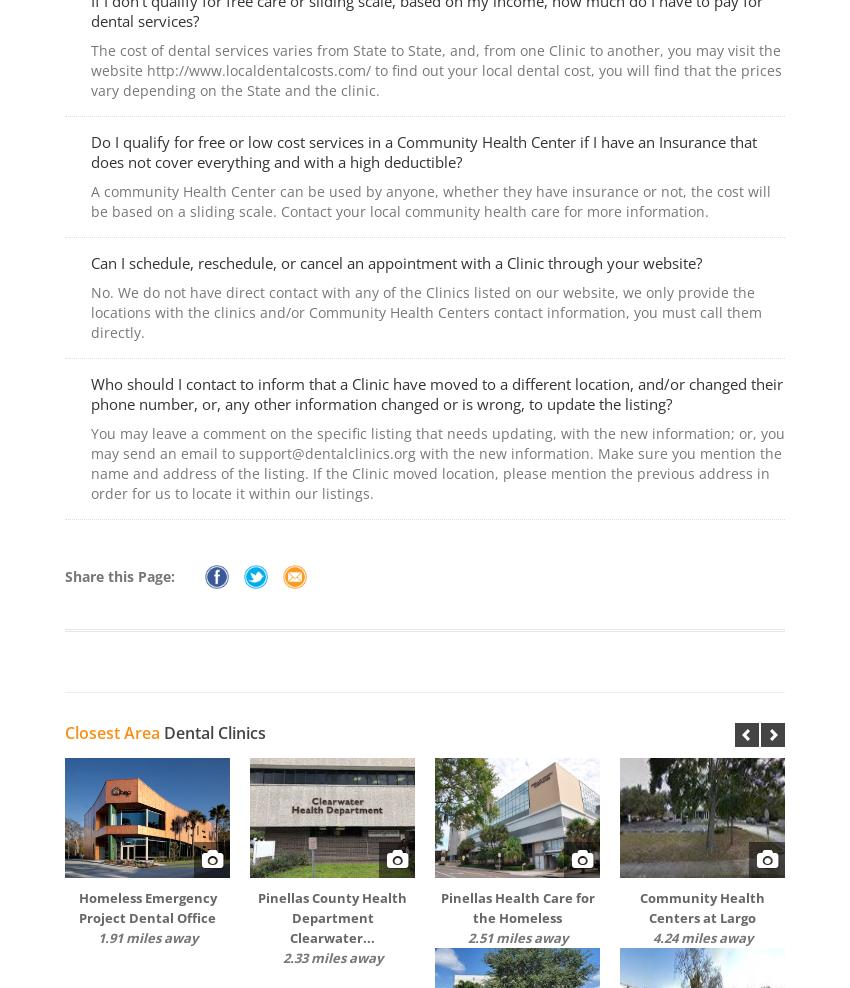 This screenshot has width=850, height=988. Describe the element at coordinates (396, 262) in the screenshot. I see `'Can I schedule, reschedule, or cancel an appointment with a Clinic through your website?'` at that location.